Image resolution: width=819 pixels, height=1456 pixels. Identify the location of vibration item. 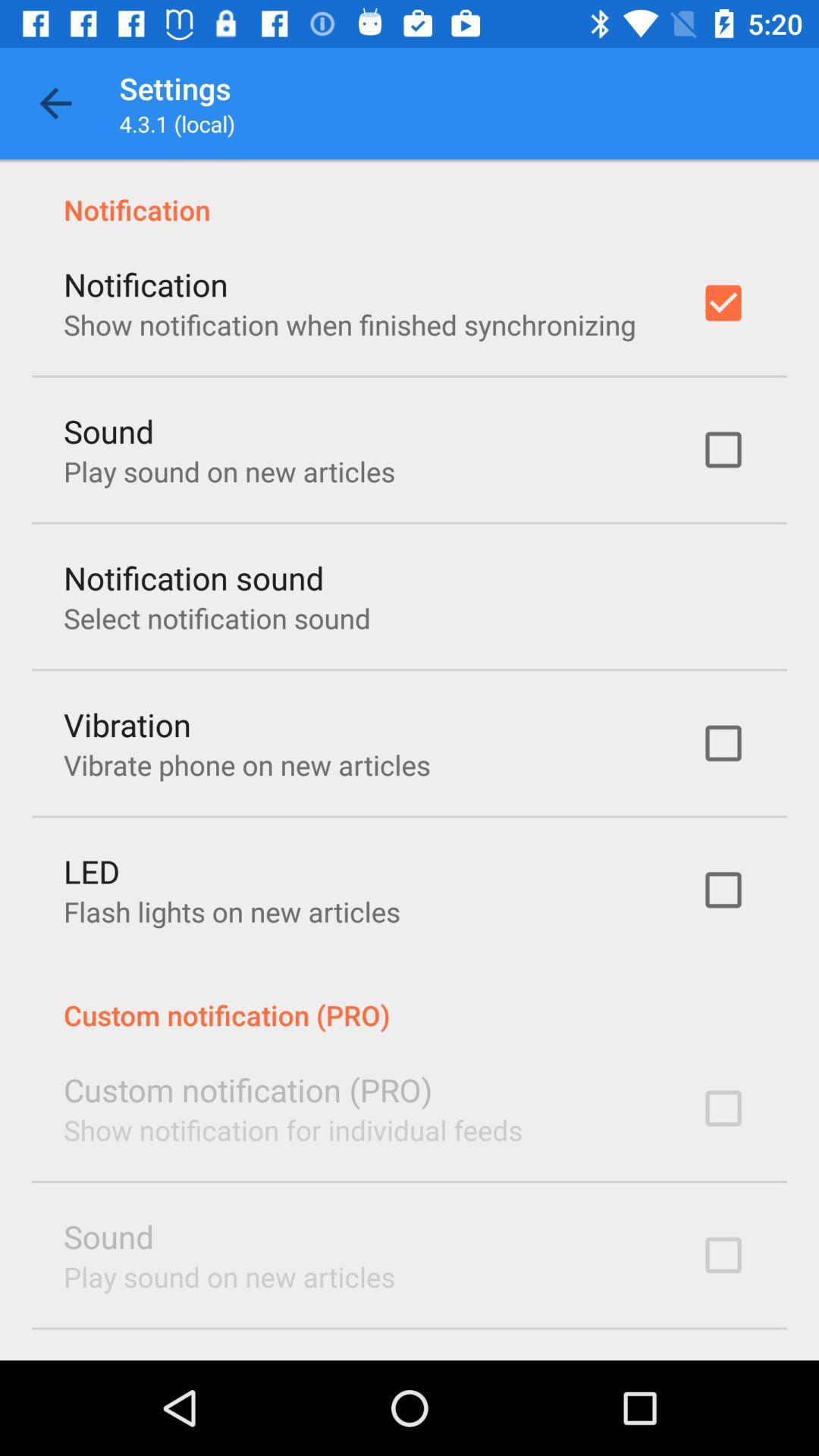
(127, 723).